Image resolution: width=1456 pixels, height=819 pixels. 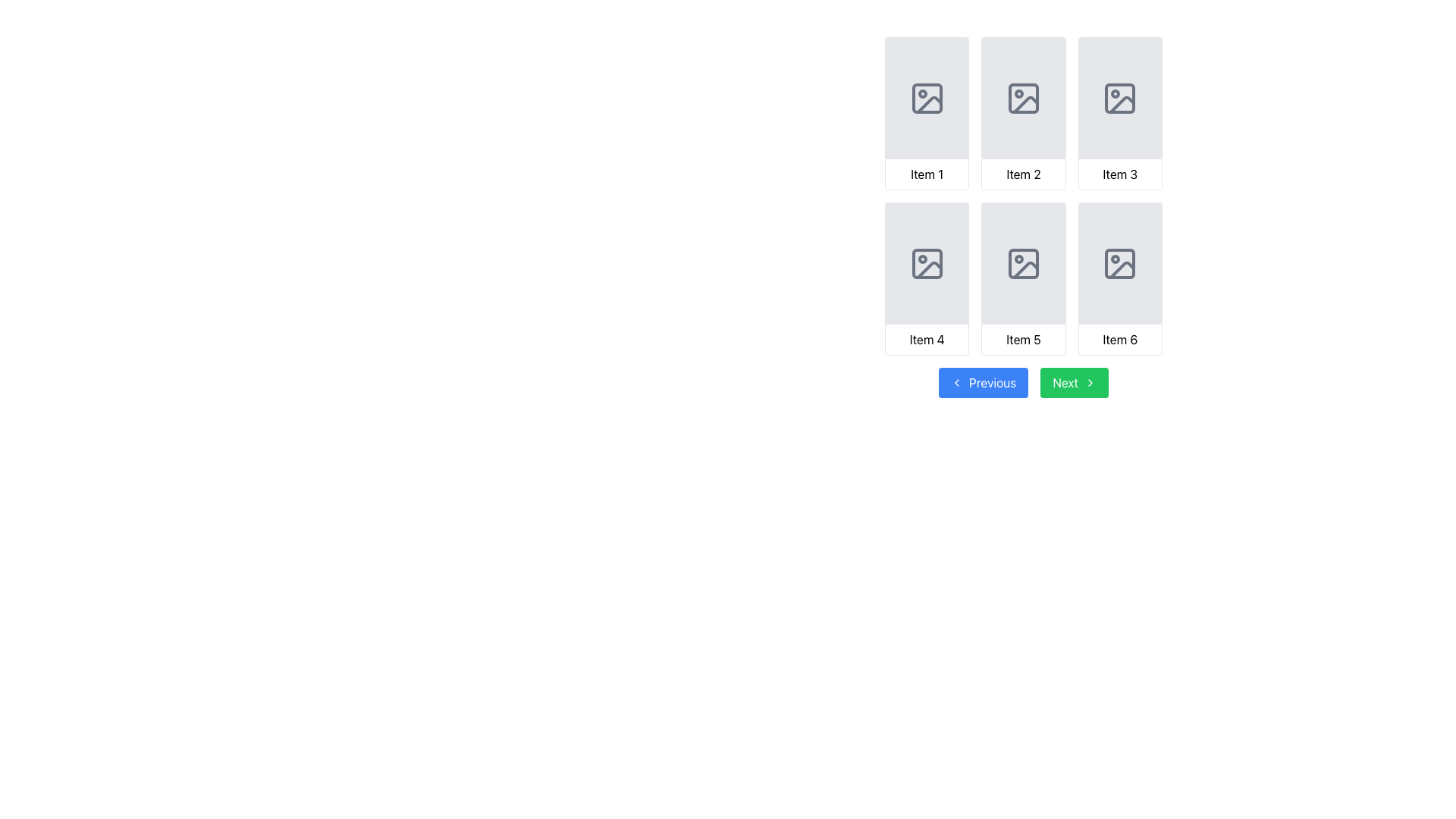 What do you see at coordinates (926, 174) in the screenshot?
I see `the static text element labeled 'Item 1', which is located below the image placeholder in the top-left item of a 2x3 grid layout` at bounding box center [926, 174].